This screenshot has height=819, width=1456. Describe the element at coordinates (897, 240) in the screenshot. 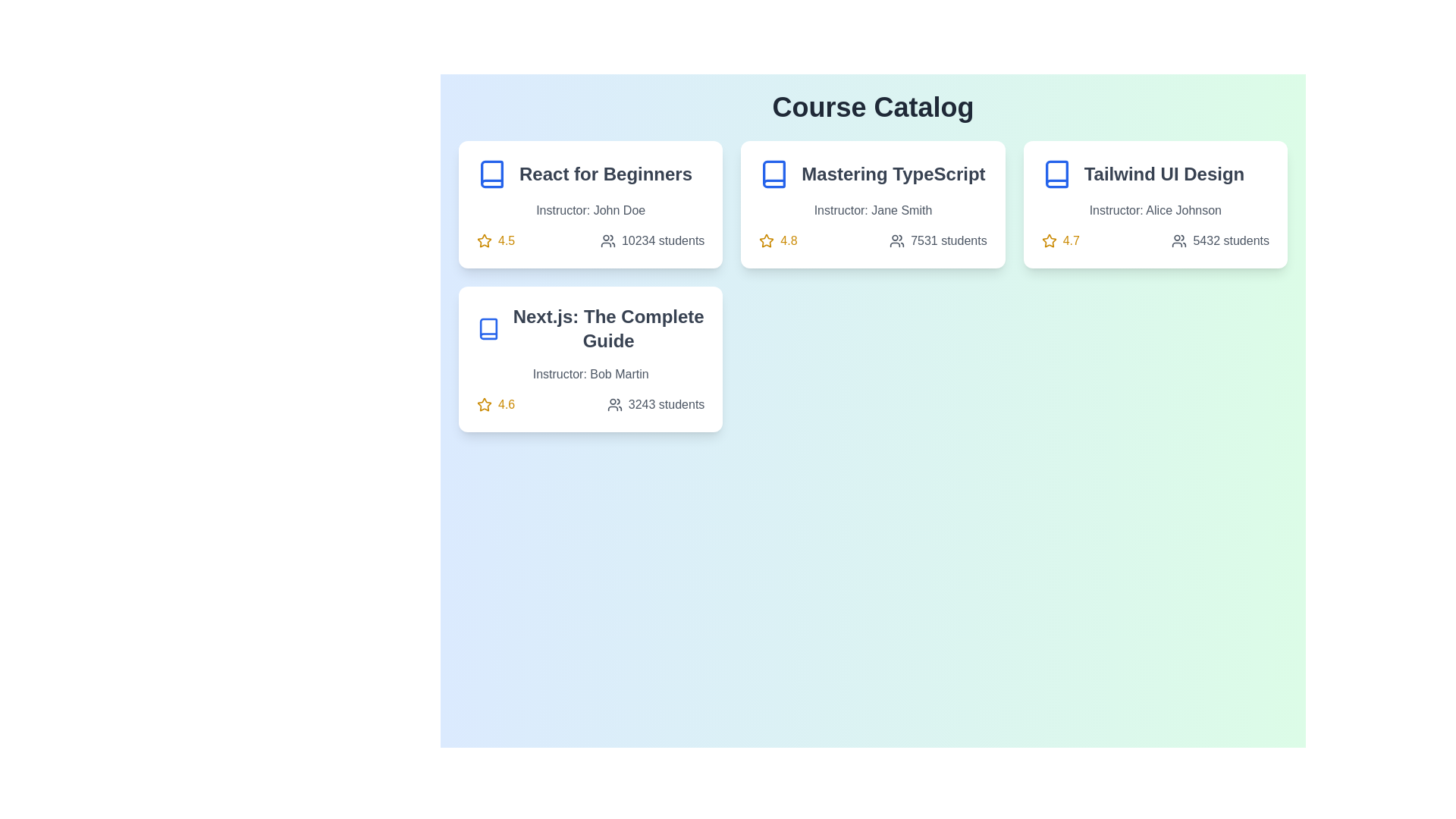

I see `the icon representing the number of students enrolled in the 'Mastering TypeScript' module, located to the left of the text '7531 students'` at that location.